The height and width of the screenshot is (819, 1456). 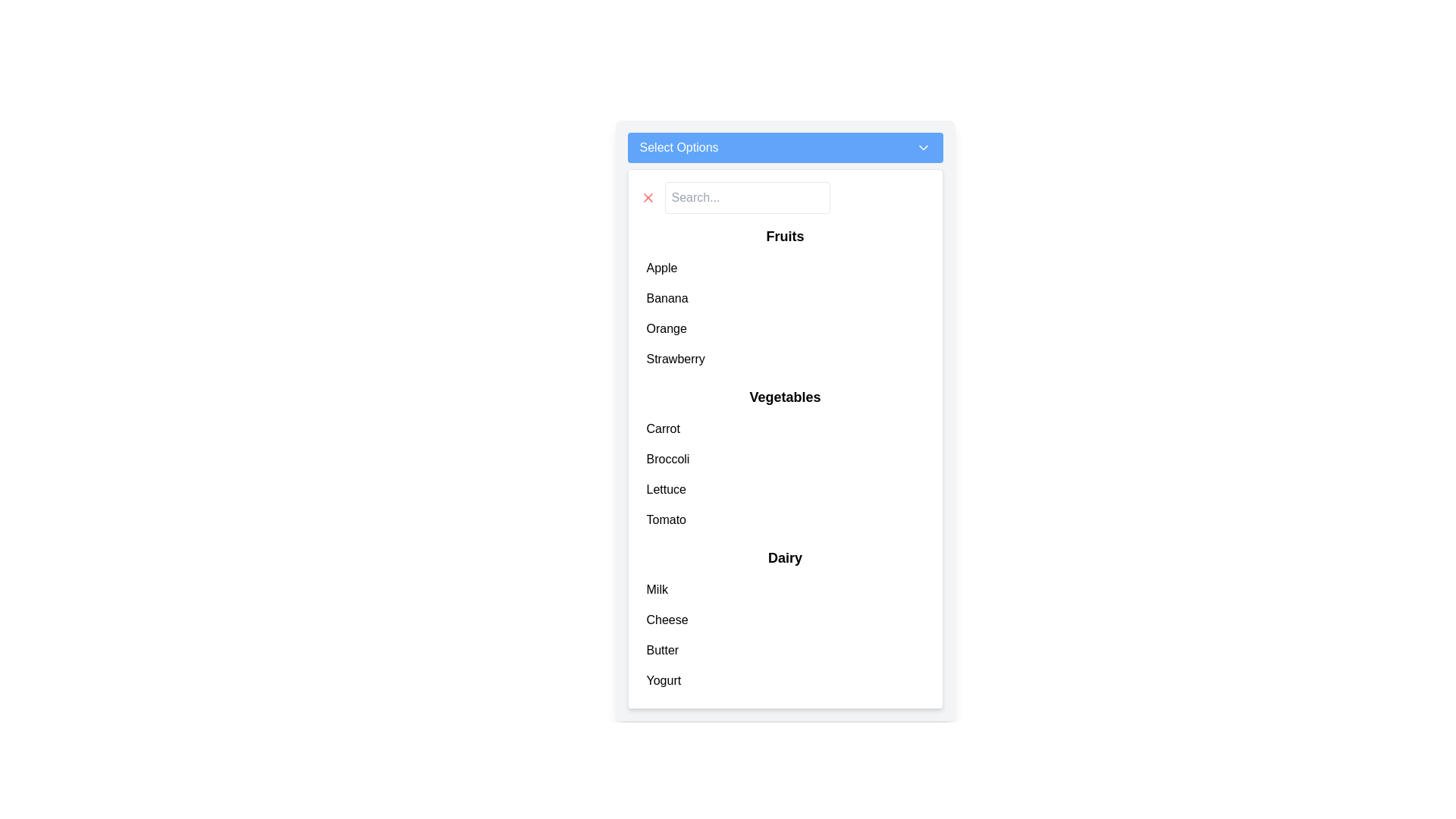 What do you see at coordinates (667, 458) in the screenshot?
I see `the text 'Broccoli' which is the second item under the 'Vegetables' section in the selectable list` at bounding box center [667, 458].